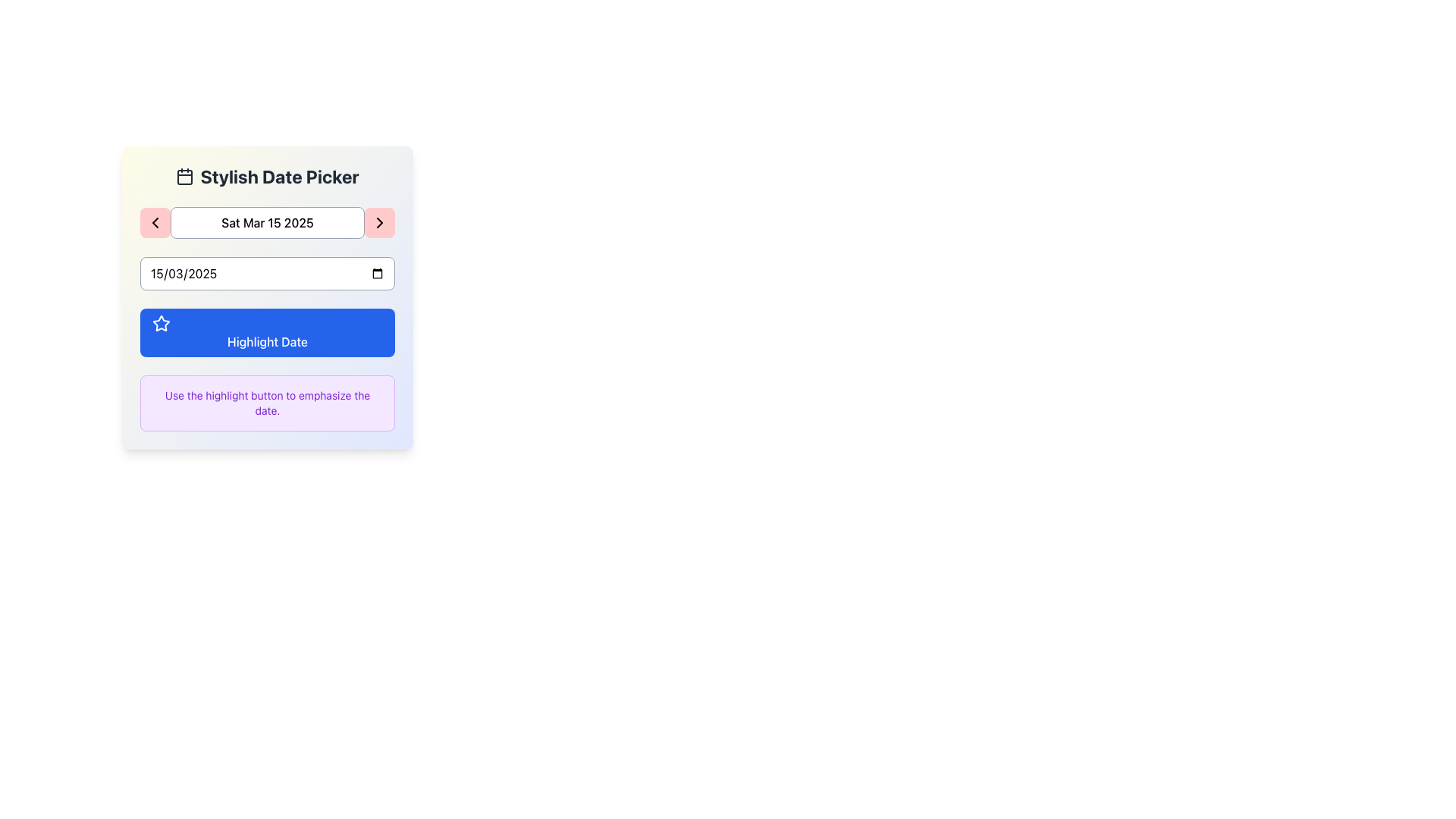 The image size is (1456, 819). Describe the element at coordinates (268, 403) in the screenshot. I see `the Informational Text Box that provides guidance for using the highlight button, located below the 'Highlight Date' button` at that location.